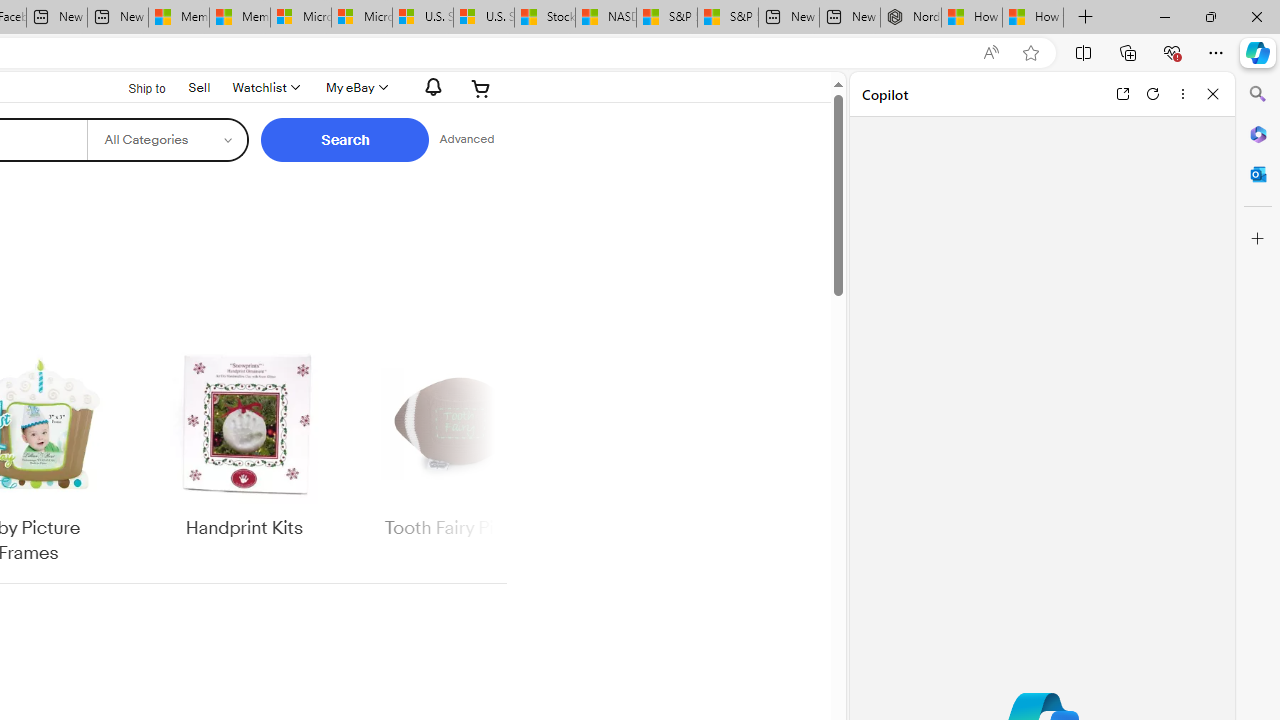 The image size is (1280, 720). I want to click on 'Watchlist', so click(263, 87).